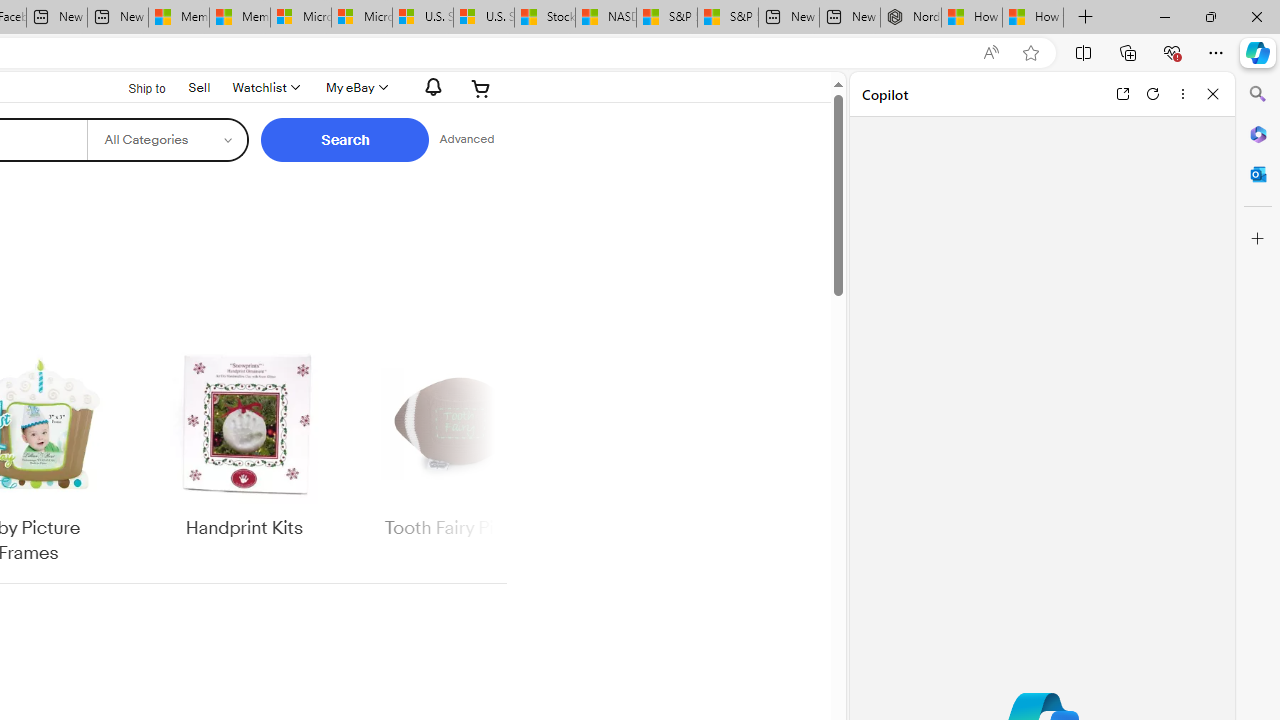 The image size is (1280, 720). I want to click on 'Watchlist', so click(263, 87).